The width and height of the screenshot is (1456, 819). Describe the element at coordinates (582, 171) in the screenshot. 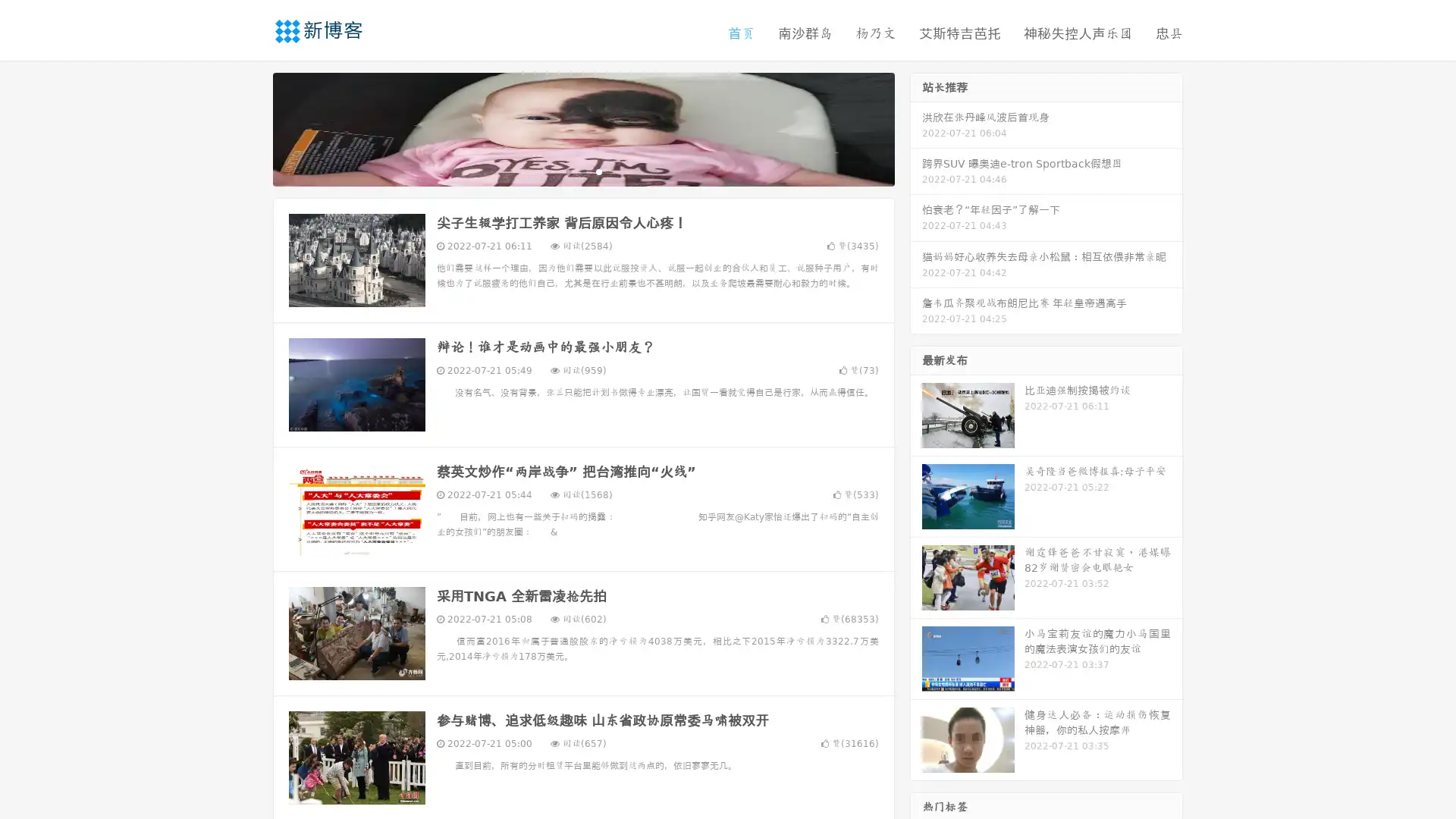

I see `Go to slide 2` at that location.